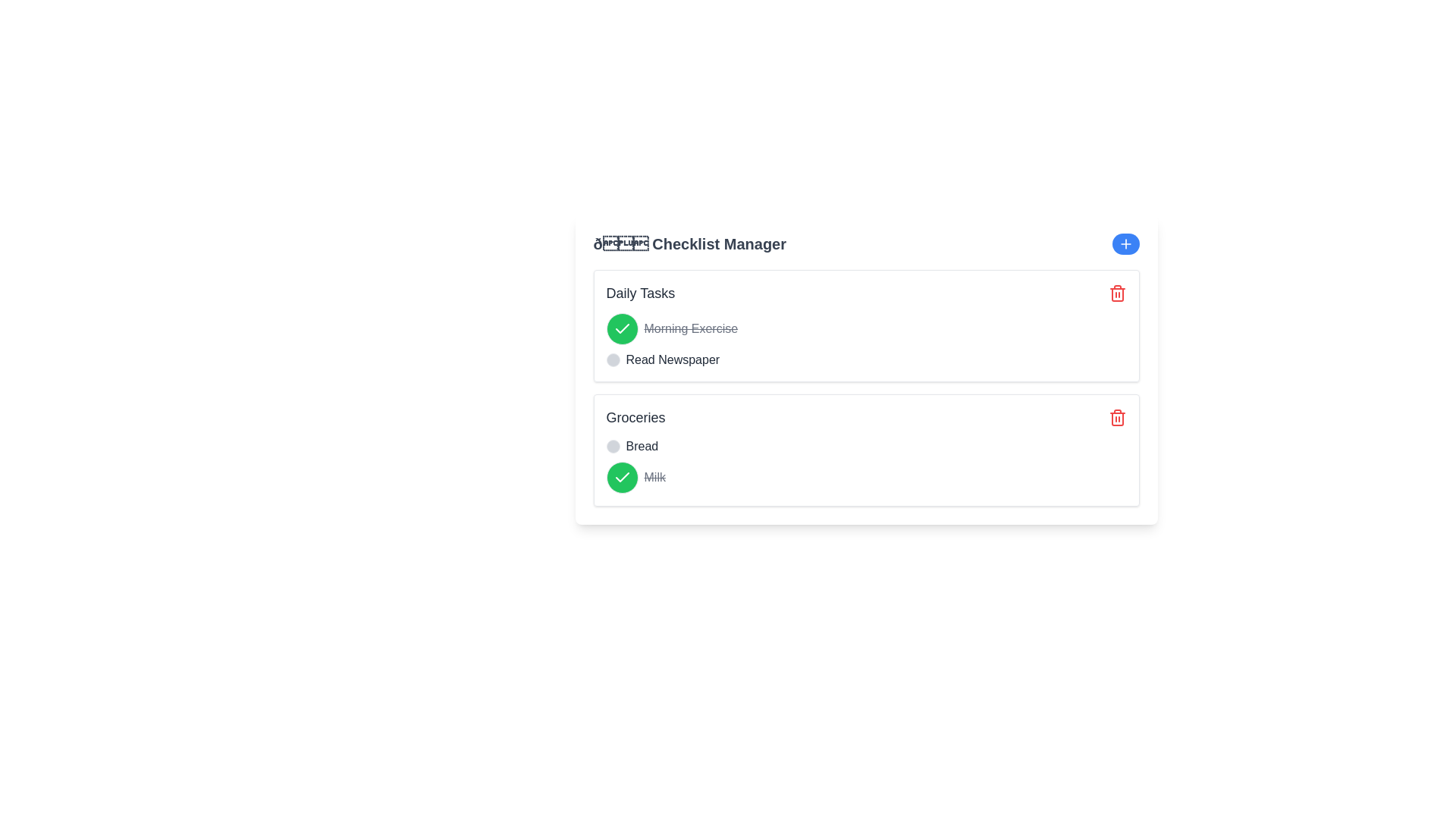 This screenshot has width=1456, height=819. Describe the element at coordinates (622, 328) in the screenshot. I see `the state of the completion icon located within the green circular background for the 'Morning Exercise' task under the 'Daily Tasks' section to check the task status` at that location.